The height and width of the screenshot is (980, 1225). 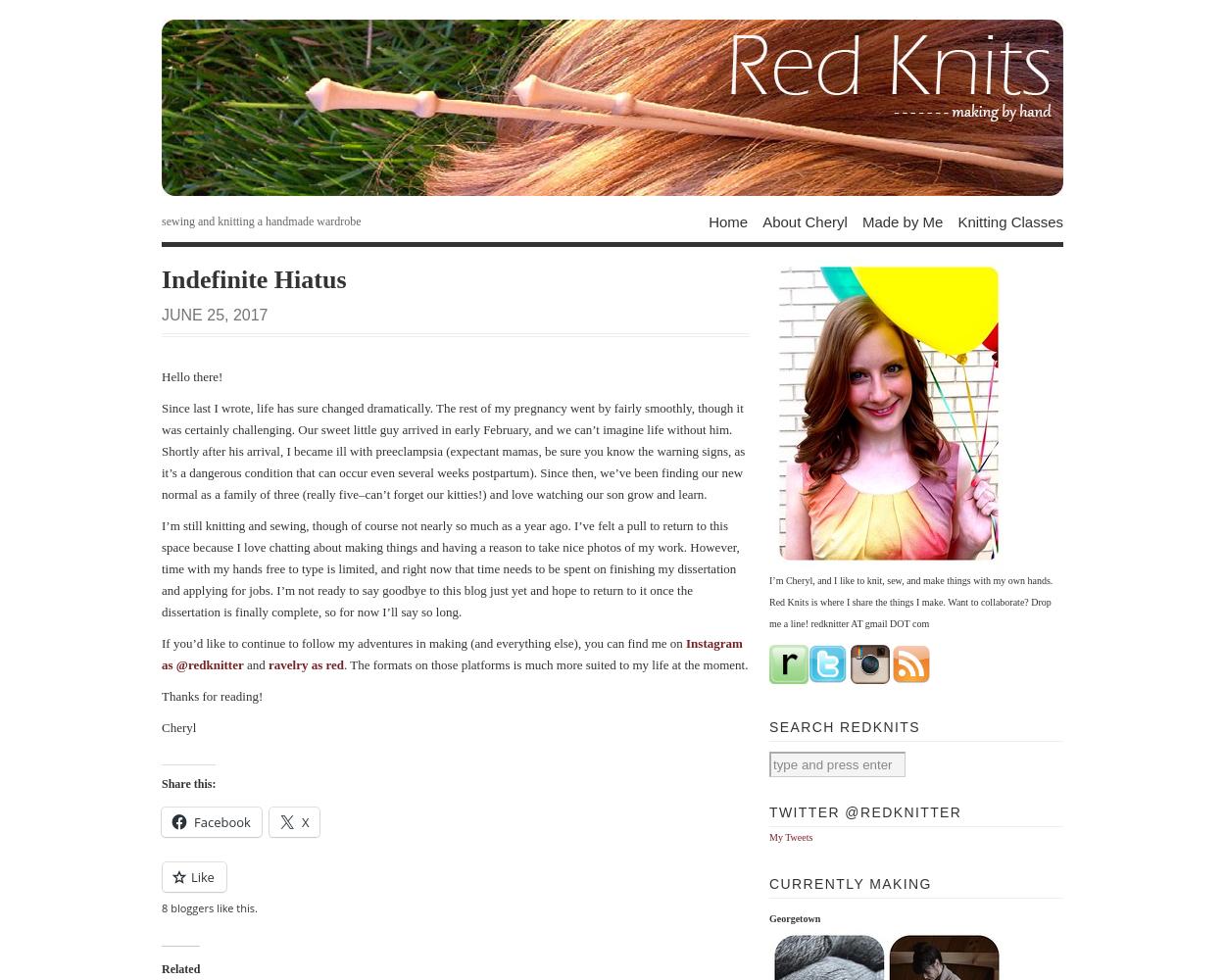 I want to click on 'Instagram as @redknitter', so click(x=451, y=653).